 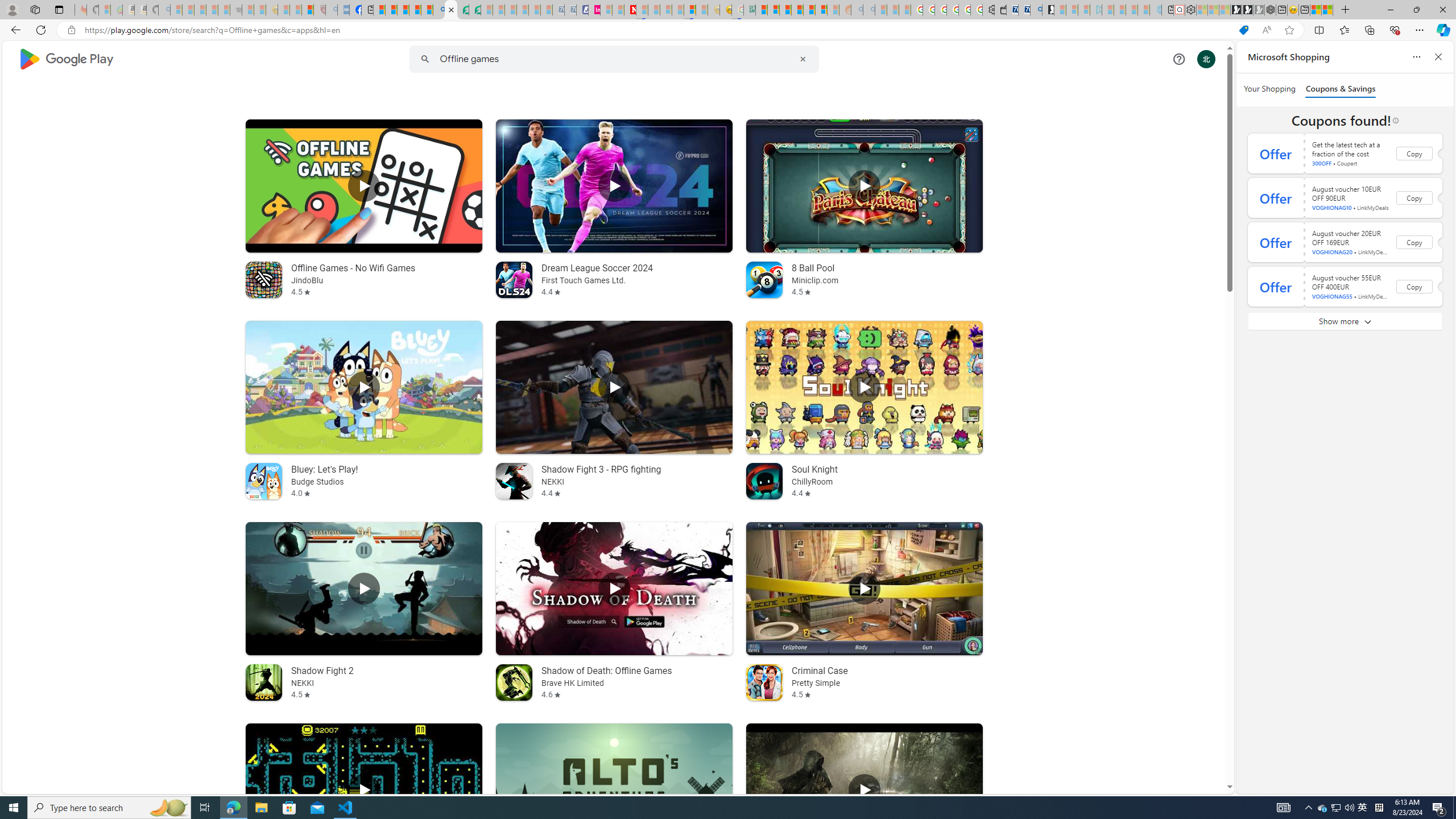 I want to click on 'Kinda Frugal - MSN', so click(x=809, y=9).